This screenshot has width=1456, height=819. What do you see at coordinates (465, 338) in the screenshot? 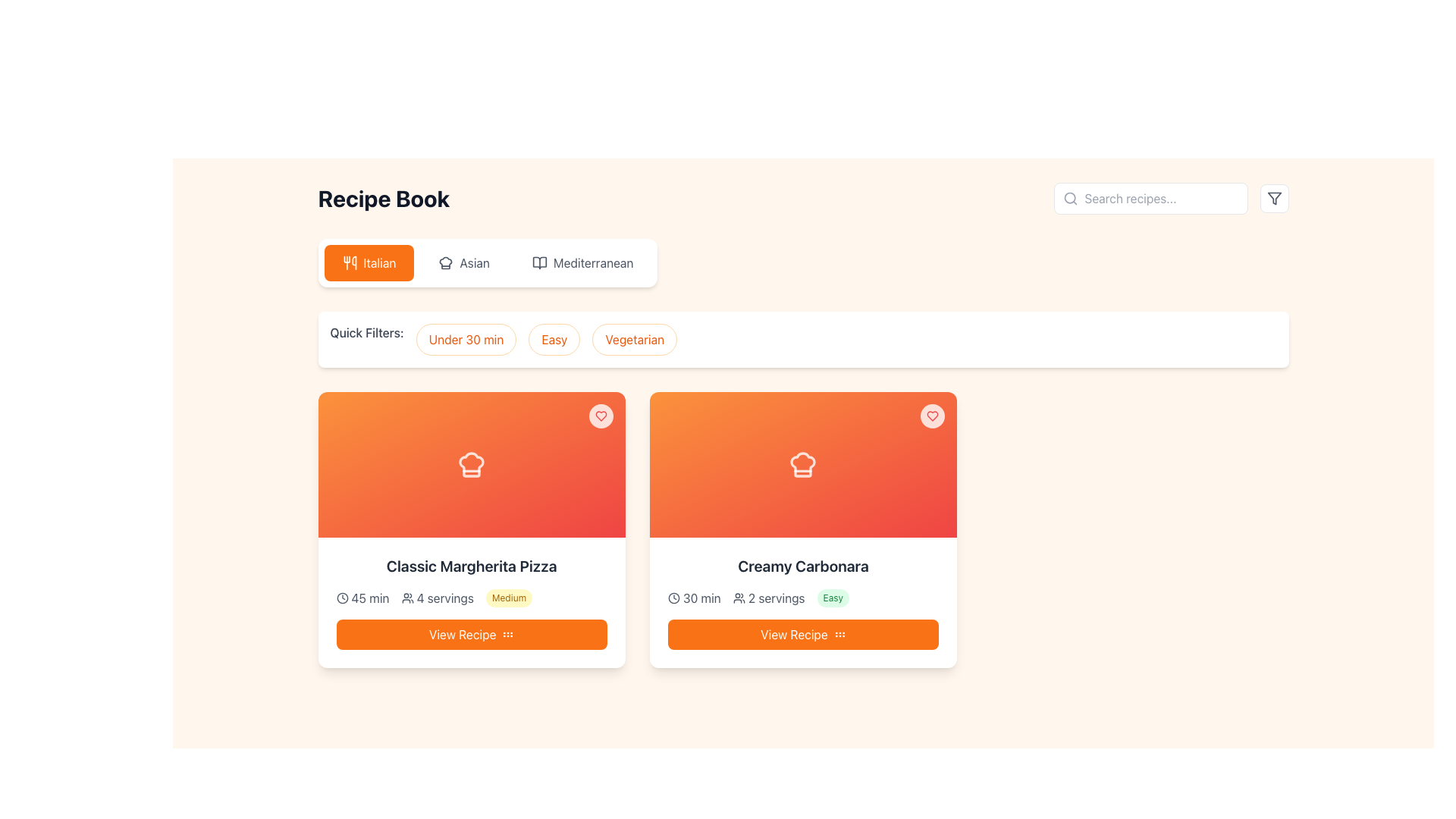
I see `the 'Under 30 min' button, which is a rounded button with an orange border and text, located under the 'Quick Filters:' heading` at bounding box center [465, 338].